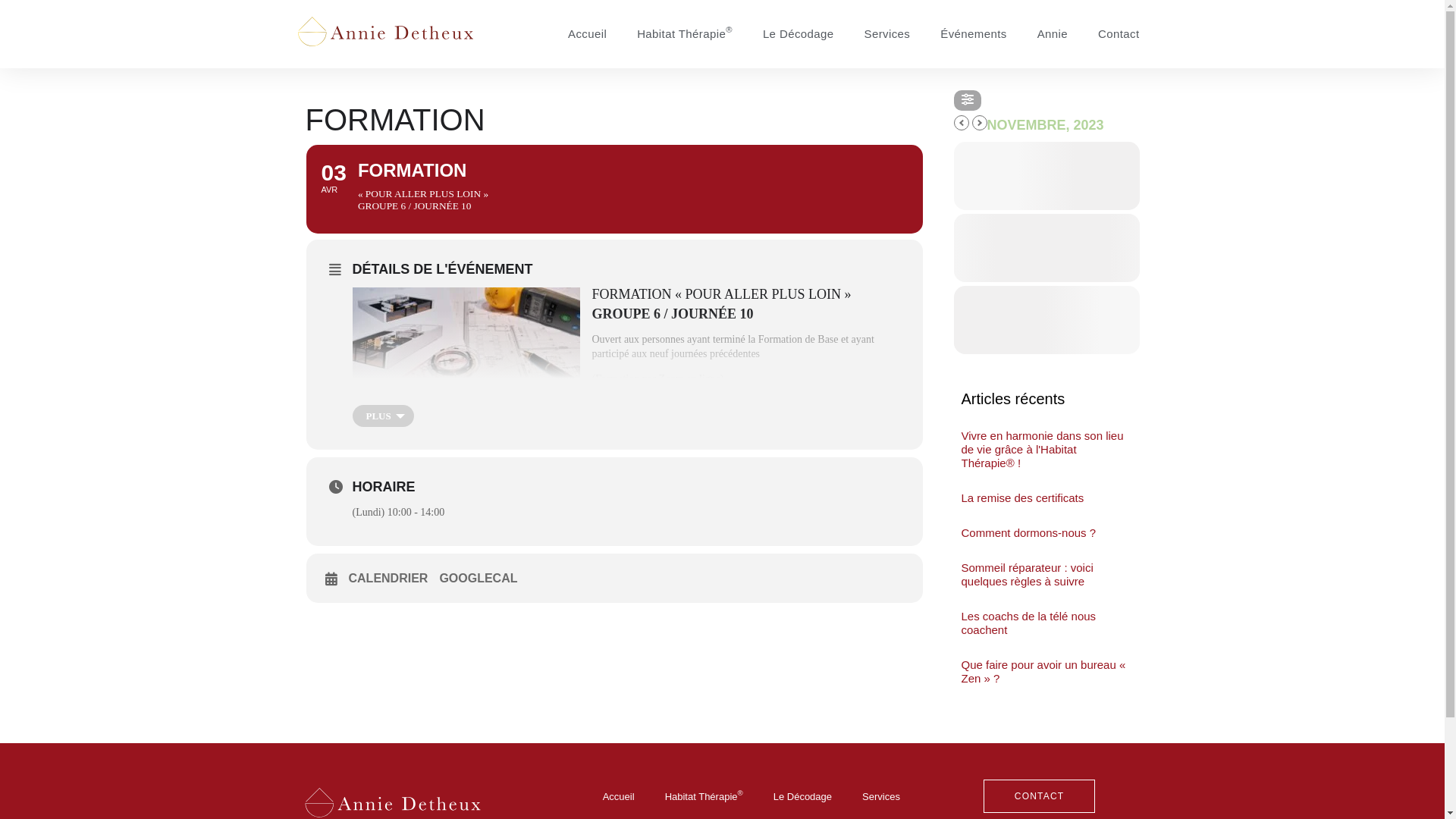  Describe the element at coordinates (887, 34) in the screenshot. I see `'Services'` at that location.